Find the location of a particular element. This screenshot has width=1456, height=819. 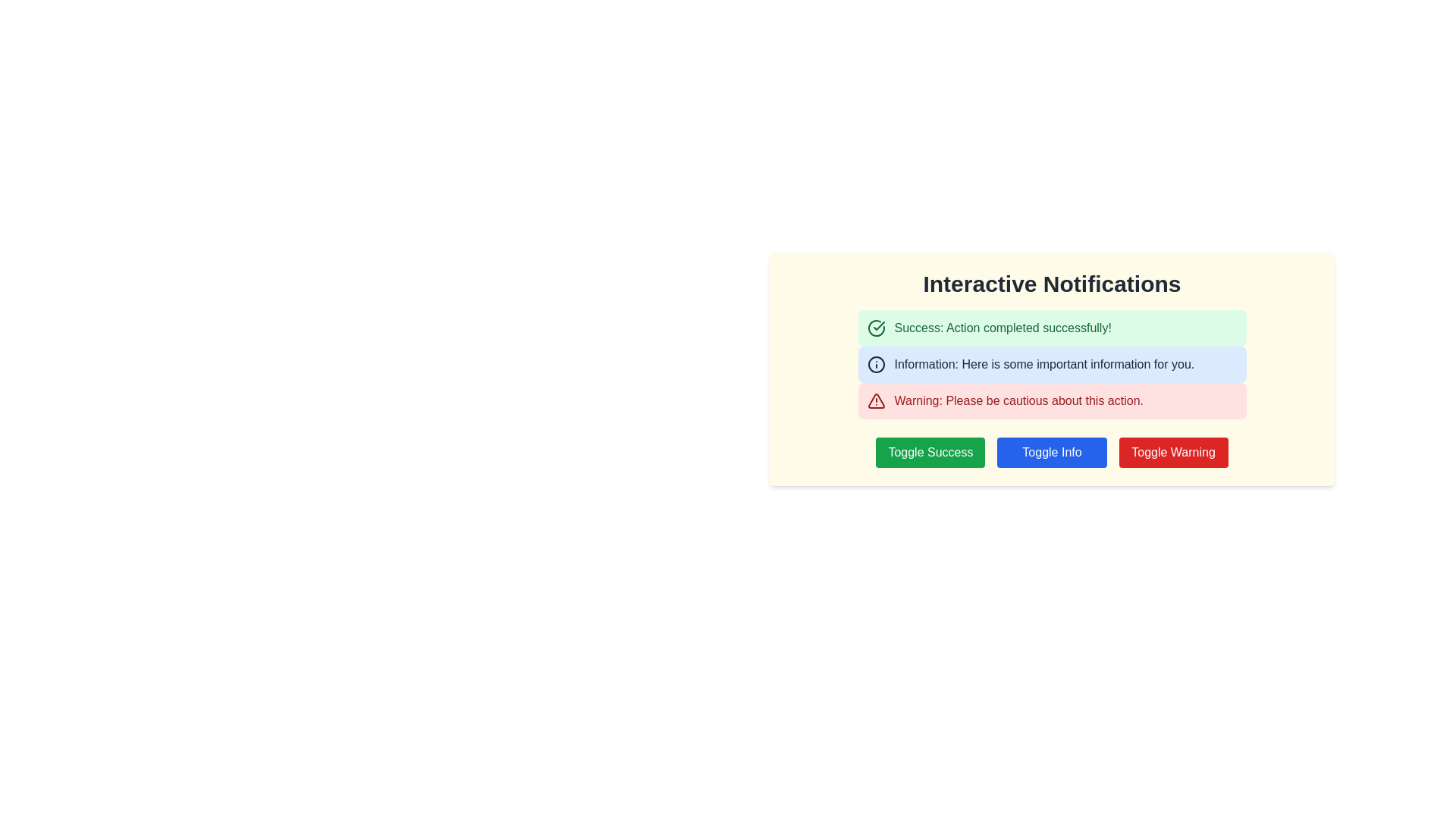

the success status icon located at the top-left corner of the notification card, adjacent to the success message text is located at coordinates (878, 325).